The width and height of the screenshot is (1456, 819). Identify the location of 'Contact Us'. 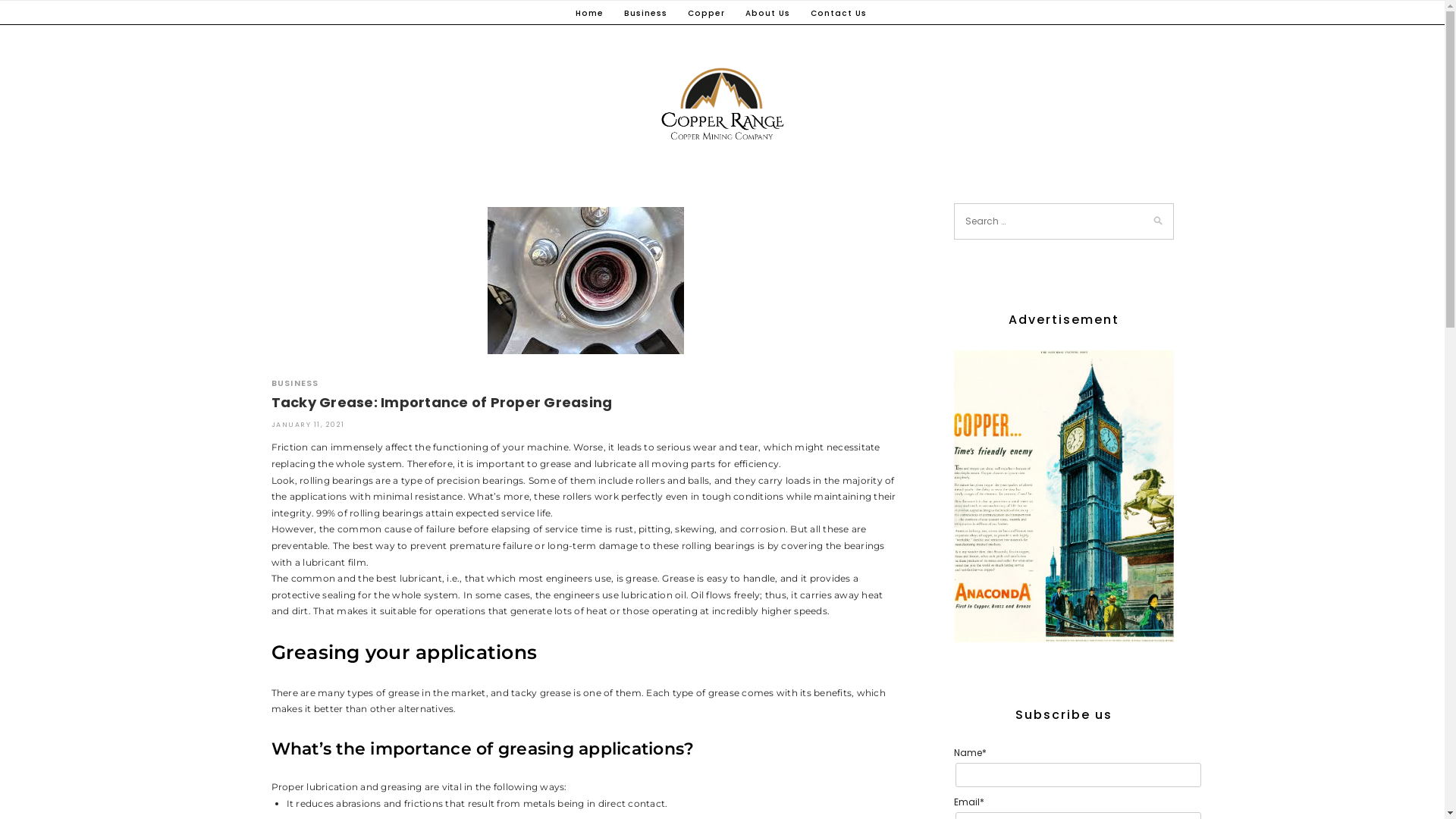
(809, 13).